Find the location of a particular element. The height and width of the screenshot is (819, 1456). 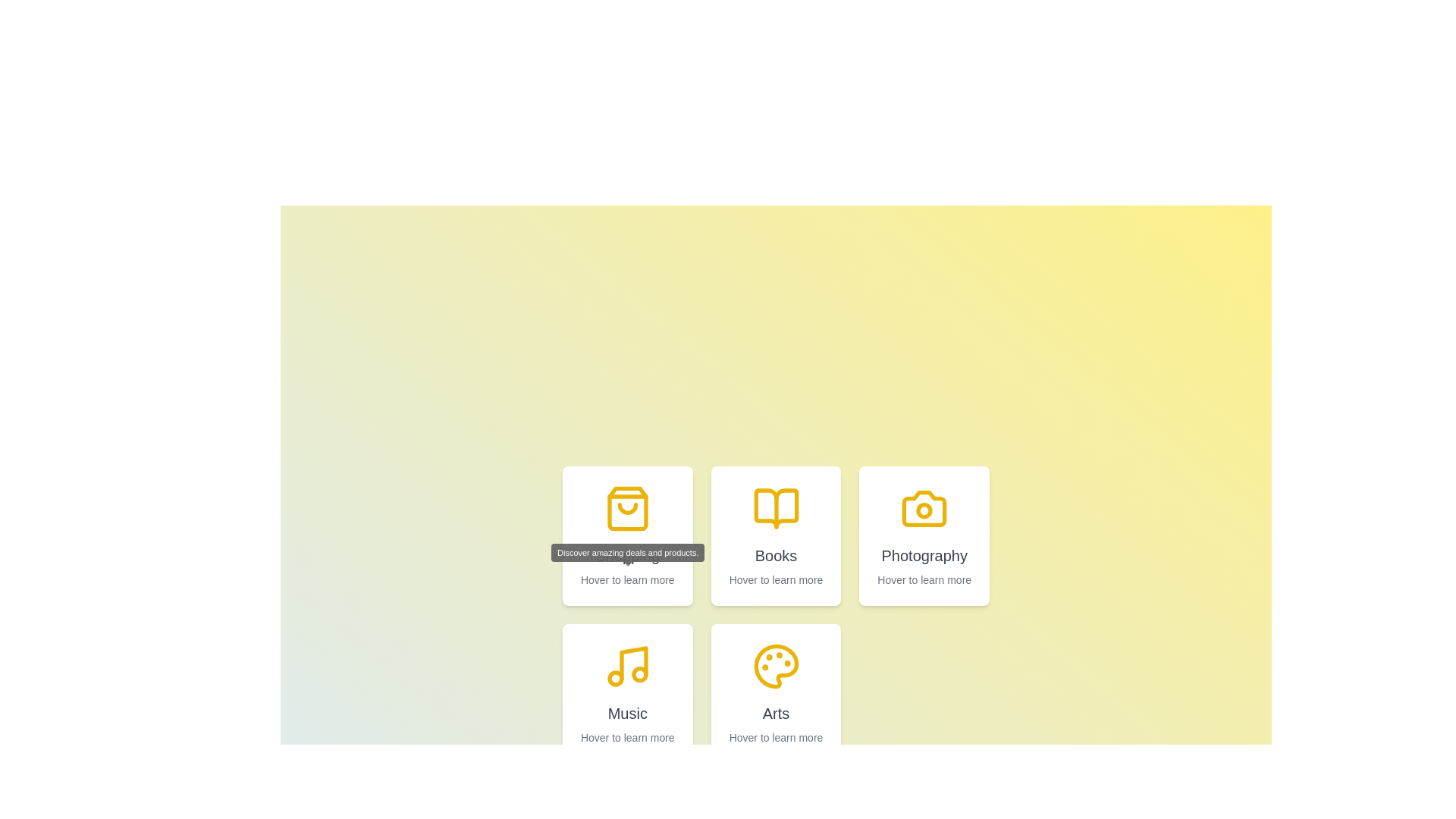

the 'Books' text element, which serves as a label identifying the card's category, located in the second card of the top row is located at coordinates (776, 555).